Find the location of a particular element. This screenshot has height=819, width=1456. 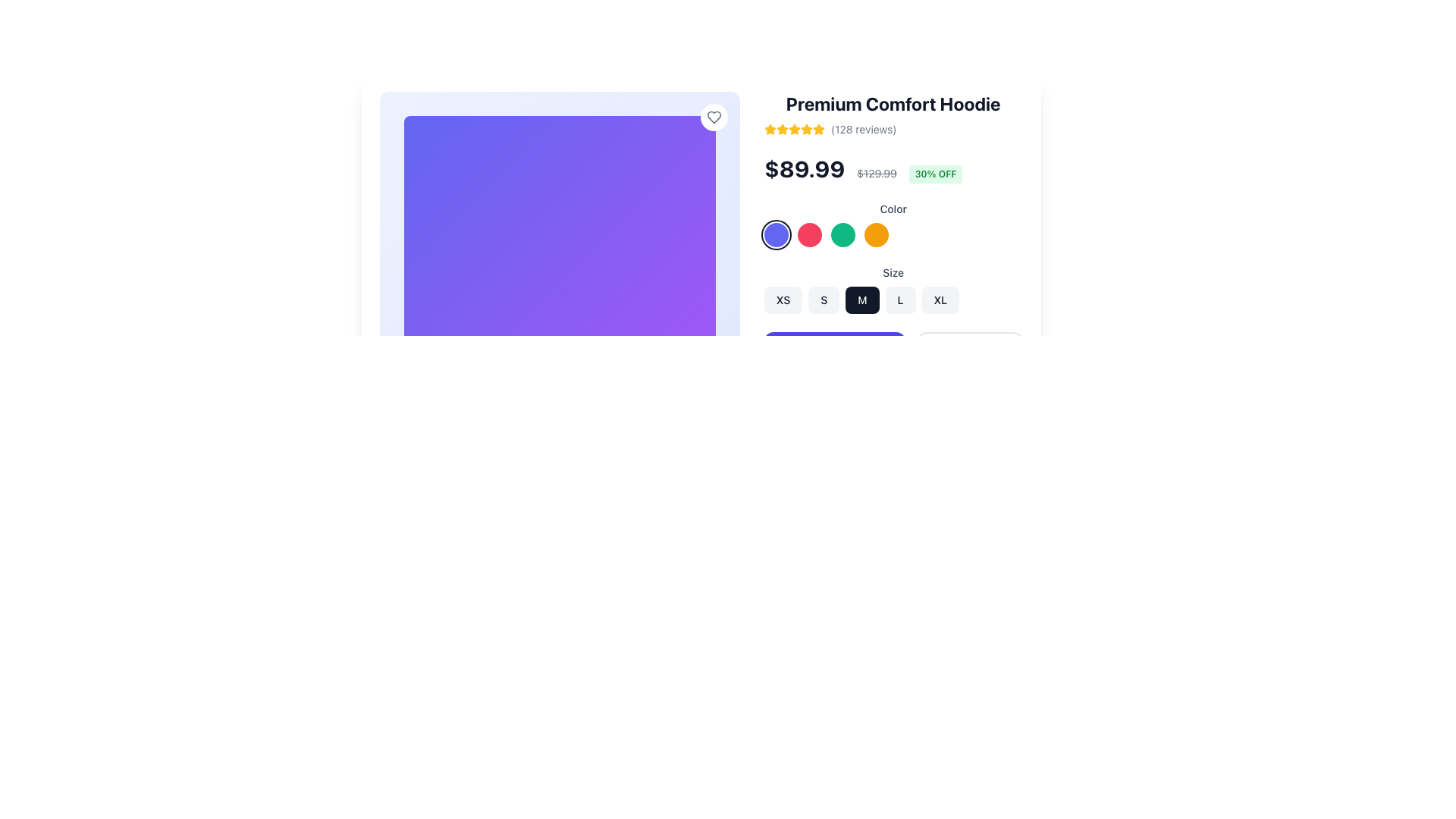

the first star icon in the rating system for the 'Premium Comfort Hoodie', which is located above the price information is located at coordinates (770, 128).